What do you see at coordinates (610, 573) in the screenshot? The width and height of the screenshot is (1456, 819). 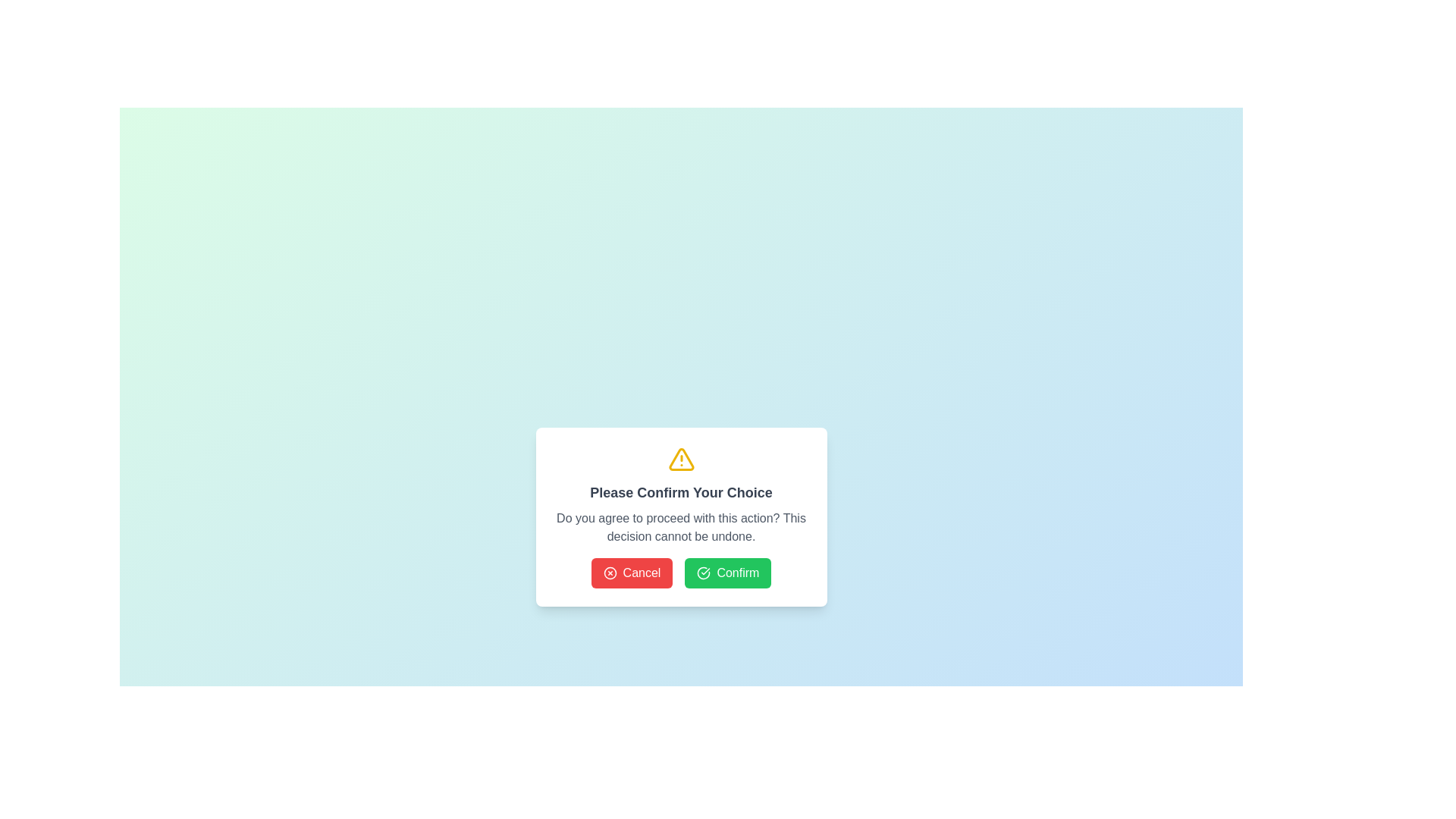 I see `the red-bordered 'Cancel' button icon that contains an 'X' on its left side and the word 'Cancel' next to it, located at the bottom left corner of the modal dialog` at bounding box center [610, 573].